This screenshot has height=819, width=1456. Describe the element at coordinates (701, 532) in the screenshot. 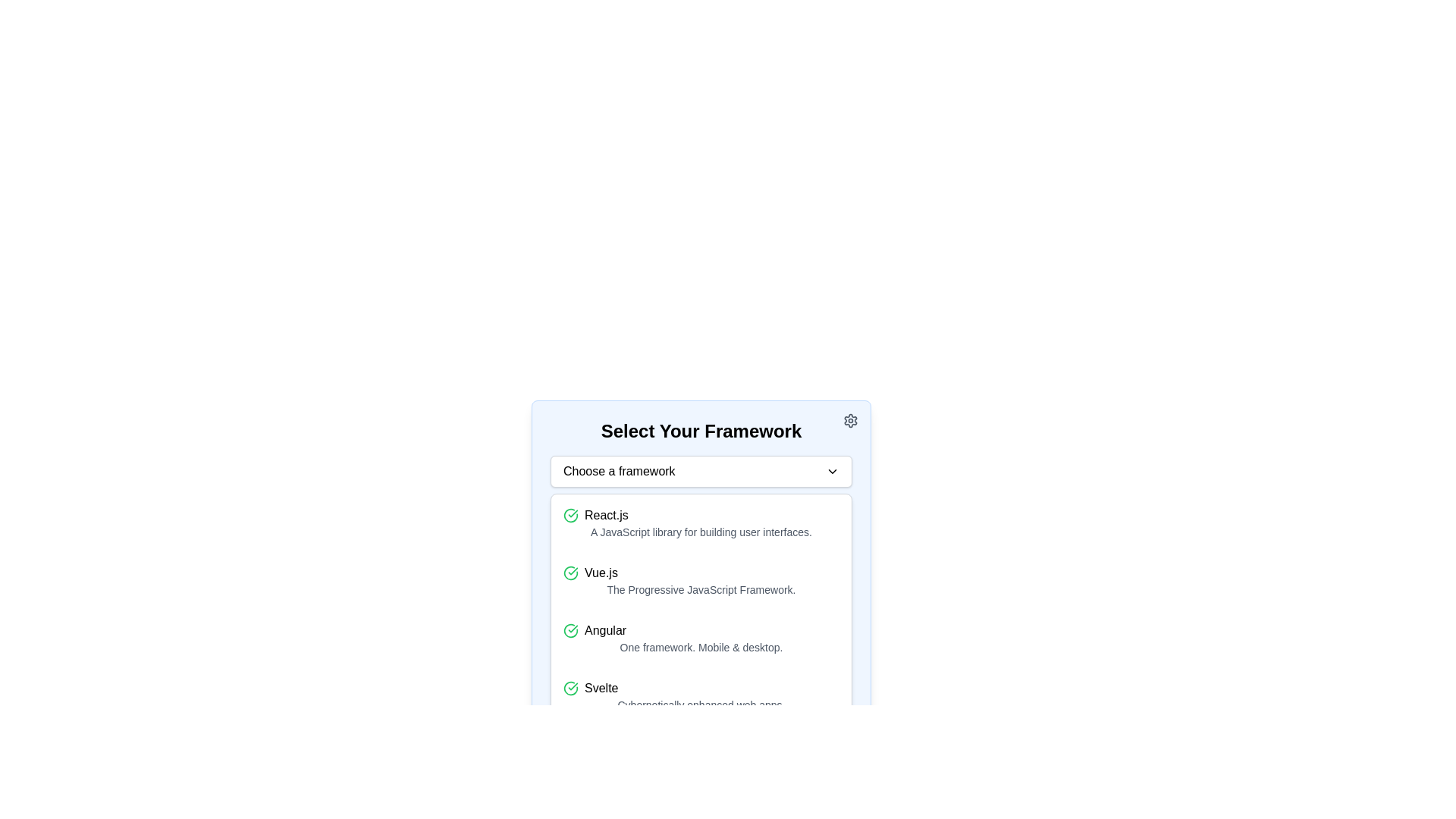

I see `descriptive text label that states 'A JavaScript library for building user interfaces.' located beneath the title 'React.js' in the 'Select Your Framework' section` at that location.